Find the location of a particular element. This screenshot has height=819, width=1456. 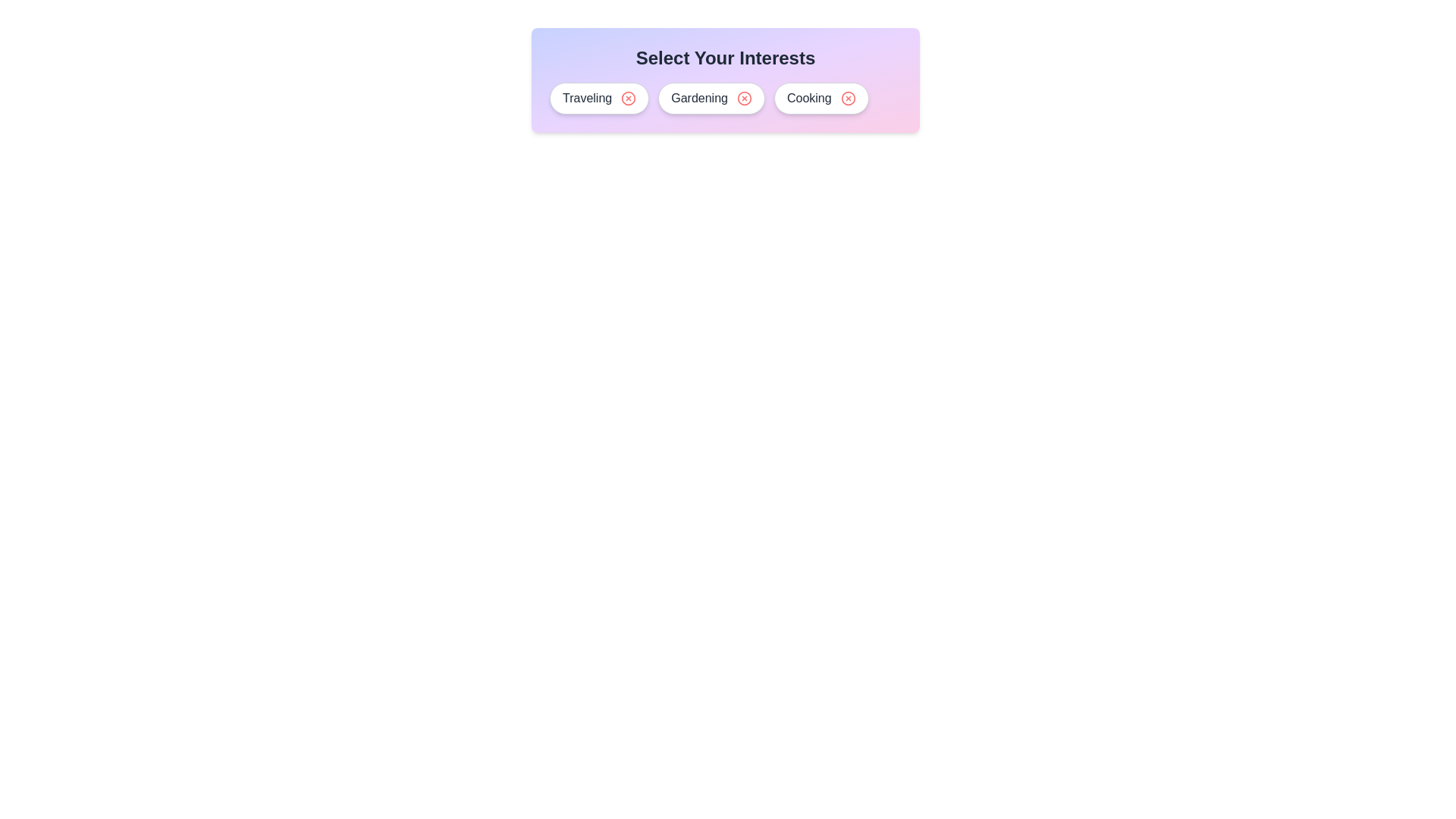

the delete button for the interest labeled Traveling is located at coordinates (629, 99).